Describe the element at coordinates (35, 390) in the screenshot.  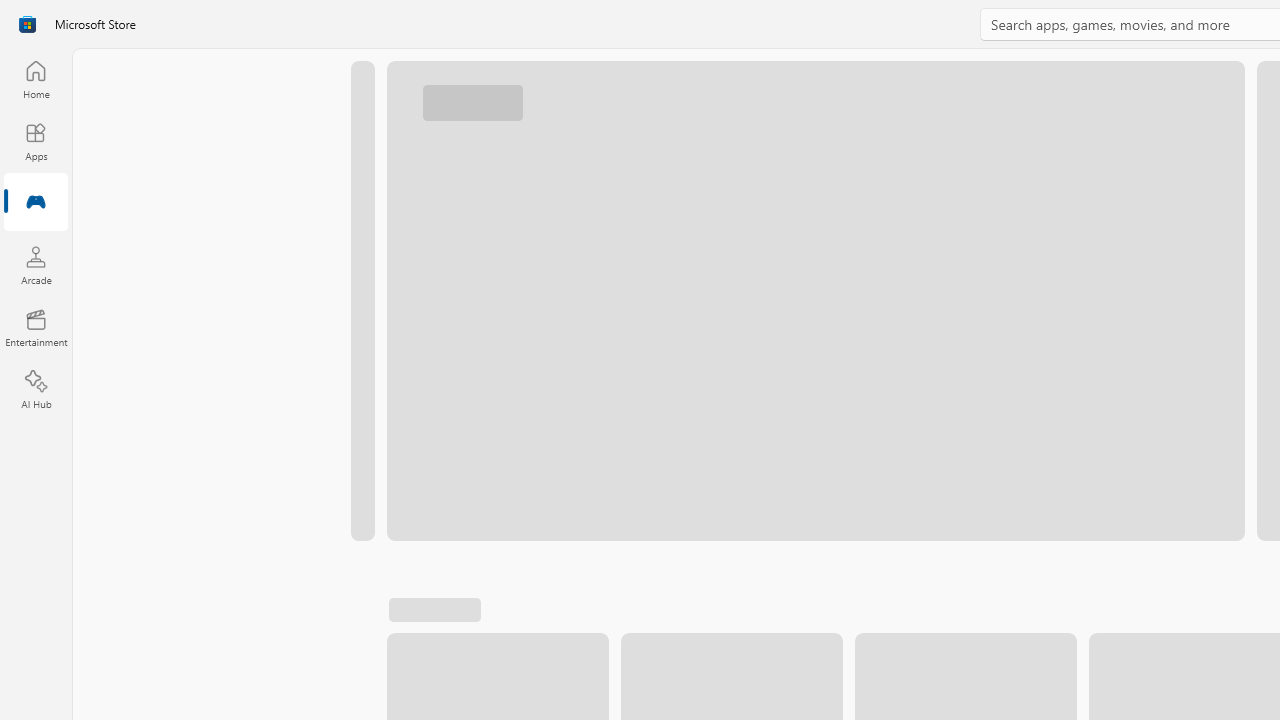
I see `'AI Hub'` at that location.